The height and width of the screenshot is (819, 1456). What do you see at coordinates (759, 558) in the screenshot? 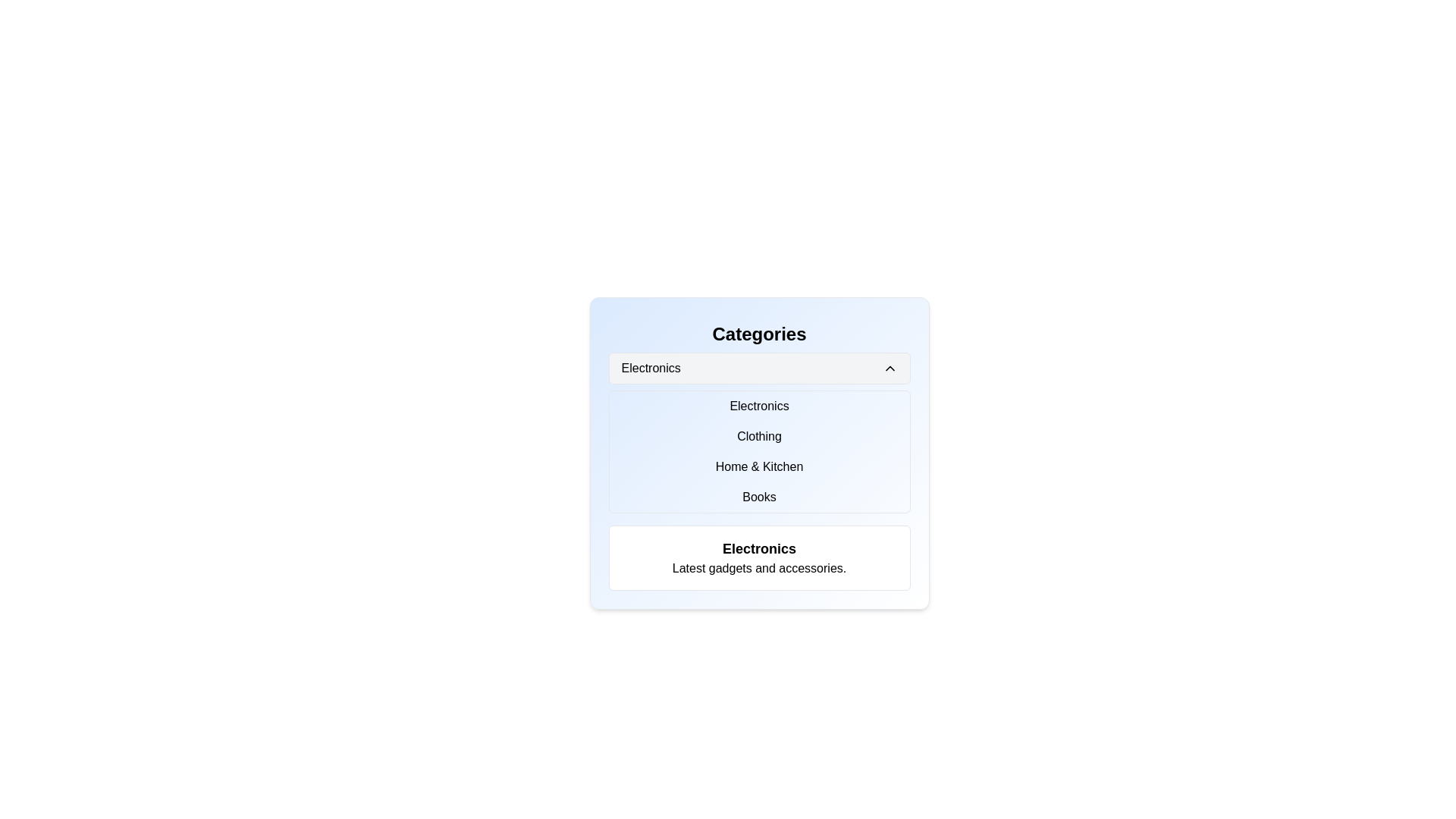
I see `the informational card displaying 'Electronics' with a subtitle 'Latest gadgets and accessories' located at the bottom of the 'Categories' section` at bounding box center [759, 558].